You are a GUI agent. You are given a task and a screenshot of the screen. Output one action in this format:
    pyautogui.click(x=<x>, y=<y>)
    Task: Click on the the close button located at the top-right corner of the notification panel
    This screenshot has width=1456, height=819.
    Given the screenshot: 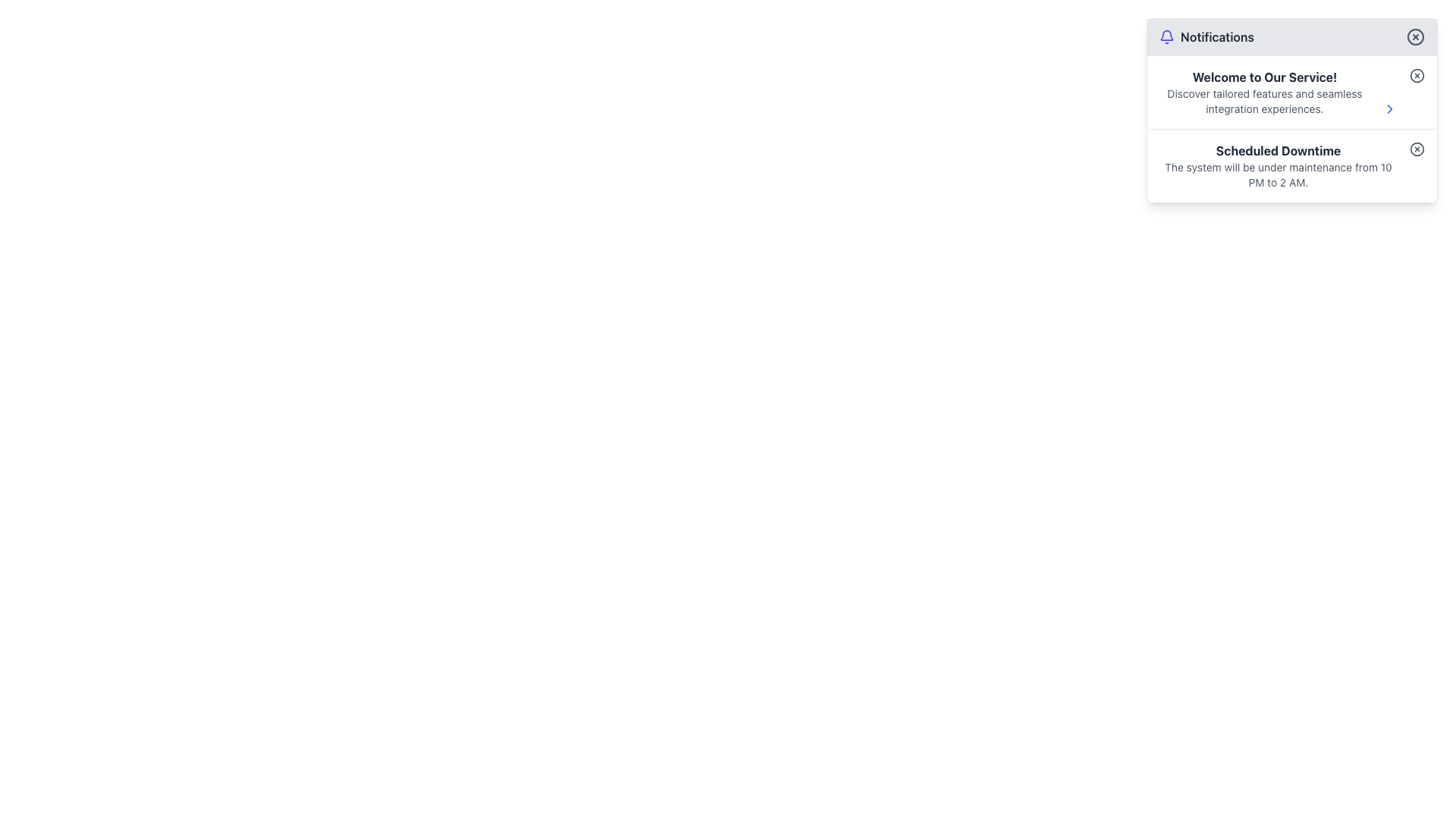 What is the action you would take?
    pyautogui.click(x=1415, y=36)
    